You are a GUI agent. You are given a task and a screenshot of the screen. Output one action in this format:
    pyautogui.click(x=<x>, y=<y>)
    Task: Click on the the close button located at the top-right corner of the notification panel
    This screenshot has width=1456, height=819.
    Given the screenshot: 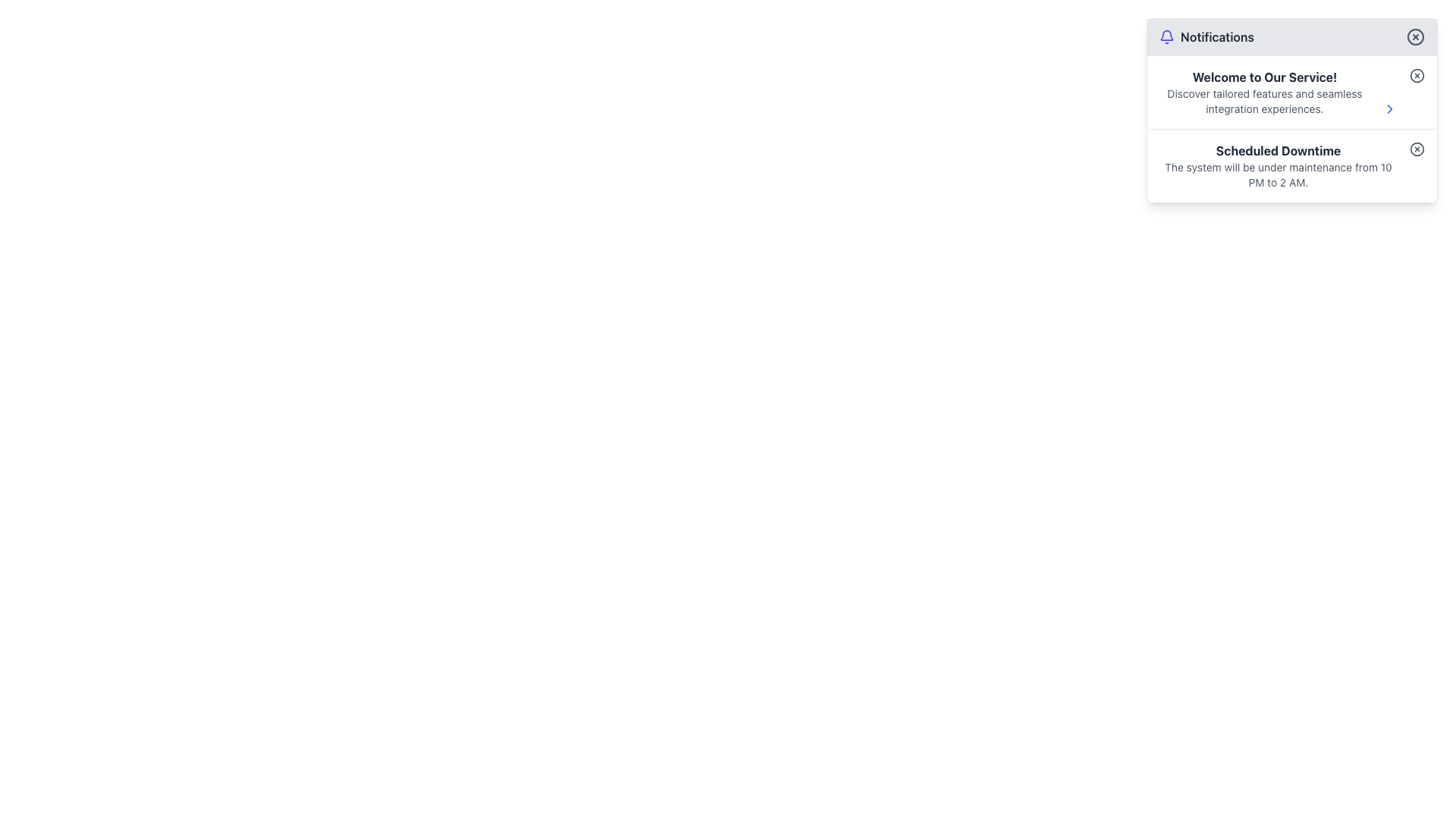 What is the action you would take?
    pyautogui.click(x=1415, y=36)
    